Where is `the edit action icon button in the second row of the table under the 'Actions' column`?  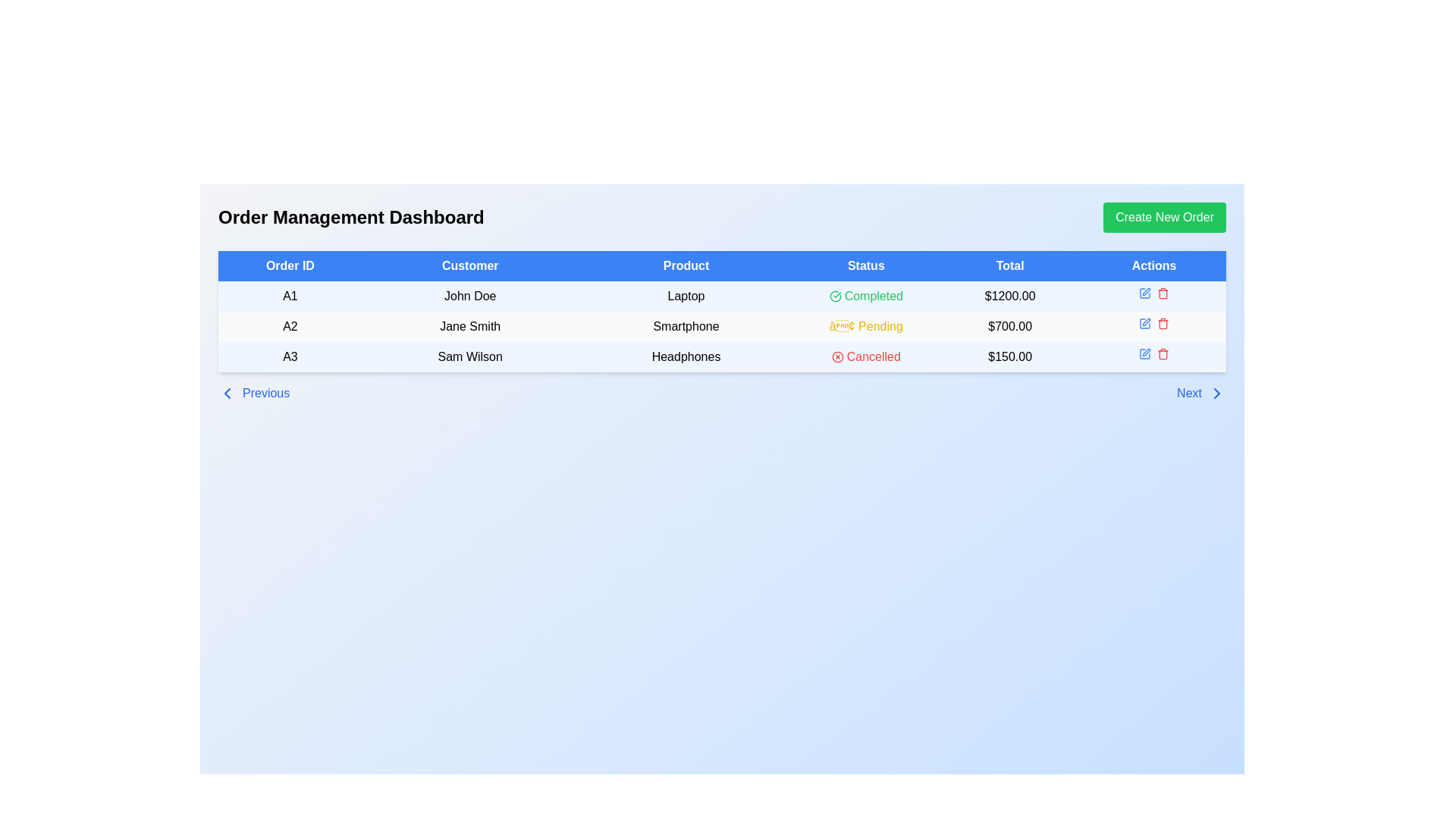
the edit action icon button in the second row of the table under the 'Actions' column is located at coordinates (1145, 323).